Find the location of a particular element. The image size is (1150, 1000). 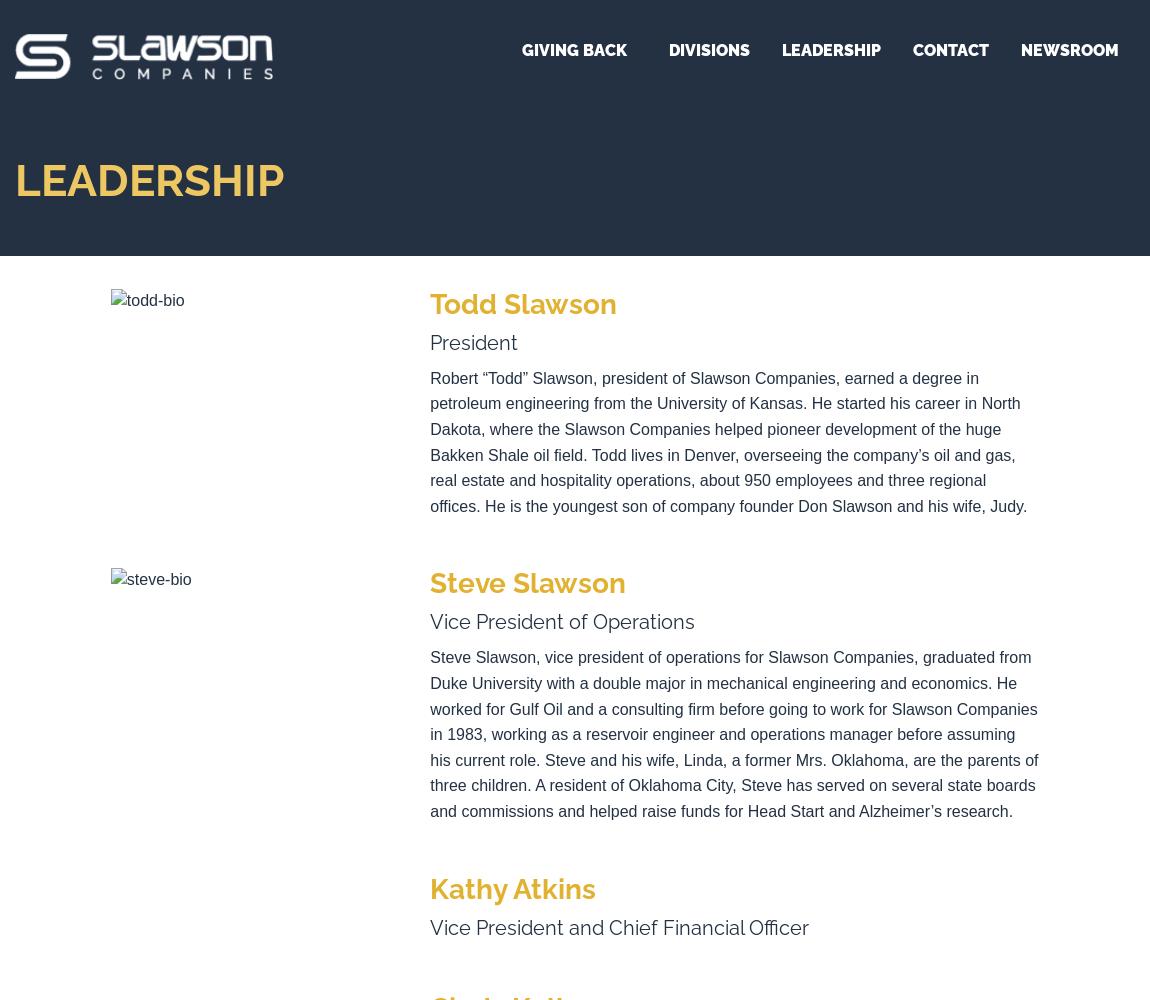

'Steve Slawson, vice president of operations for Slawson Companies, graduated from Duke University with a double major in mechanical engineering and economics. He worked for Gulf Oil and a consulting firm before going to work for Slawson Companies in 1983, working as a reservoir engineer and operations manager before assuming his current role. Steve and his wife, Linda, a former Mrs. Oklahoma, are the parents of three children. A resident of Oklahoma City, Steve has served on several state boards and commissions and helped raise funds for Head Start and Alzheimer’s research.' is located at coordinates (733, 733).